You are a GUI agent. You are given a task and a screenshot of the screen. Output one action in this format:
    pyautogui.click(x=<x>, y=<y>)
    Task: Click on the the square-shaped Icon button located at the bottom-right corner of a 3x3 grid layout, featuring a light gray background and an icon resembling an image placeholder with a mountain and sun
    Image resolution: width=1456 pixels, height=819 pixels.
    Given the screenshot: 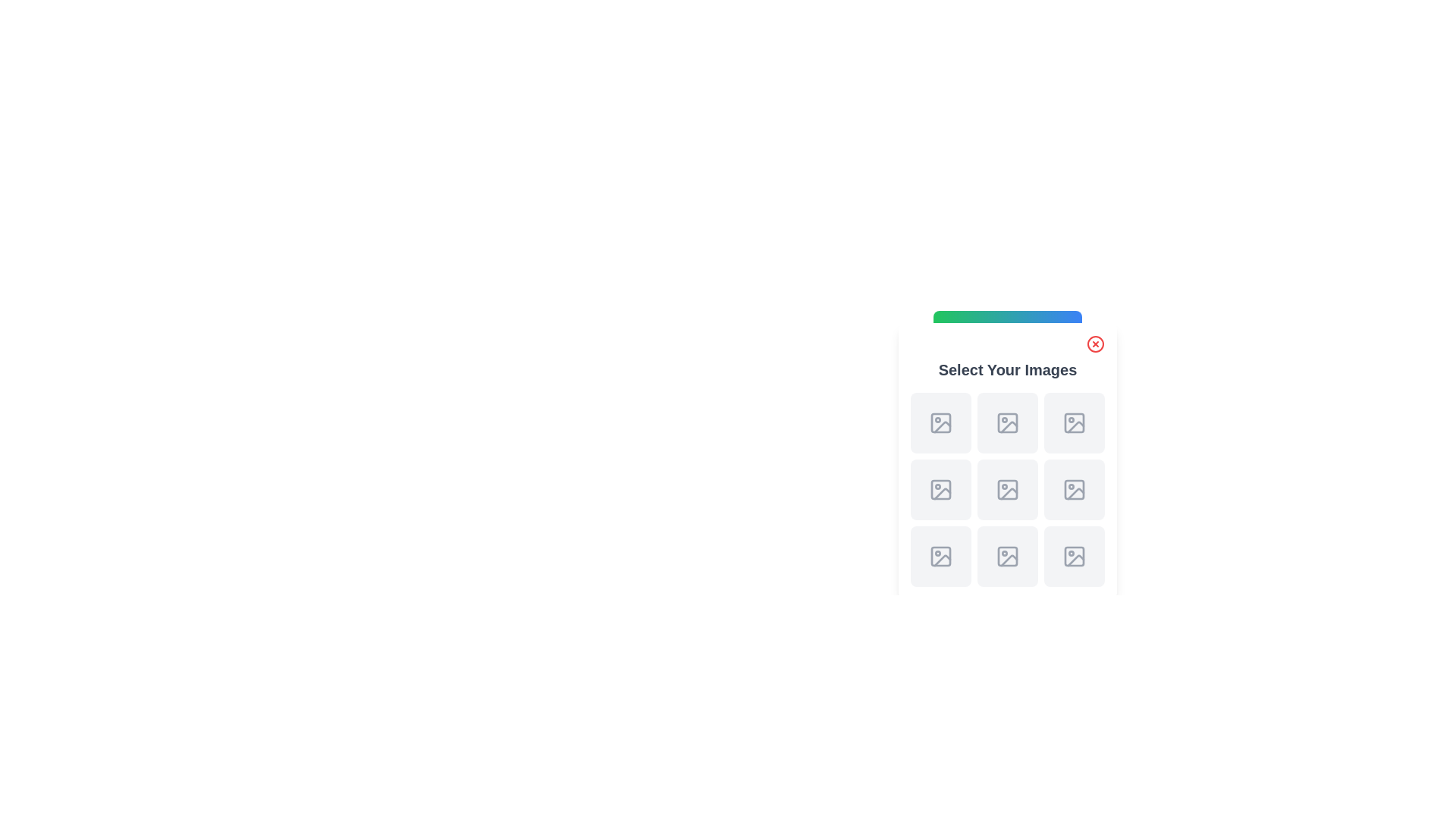 What is the action you would take?
    pyautogui.click(x=1073, y=423)
    